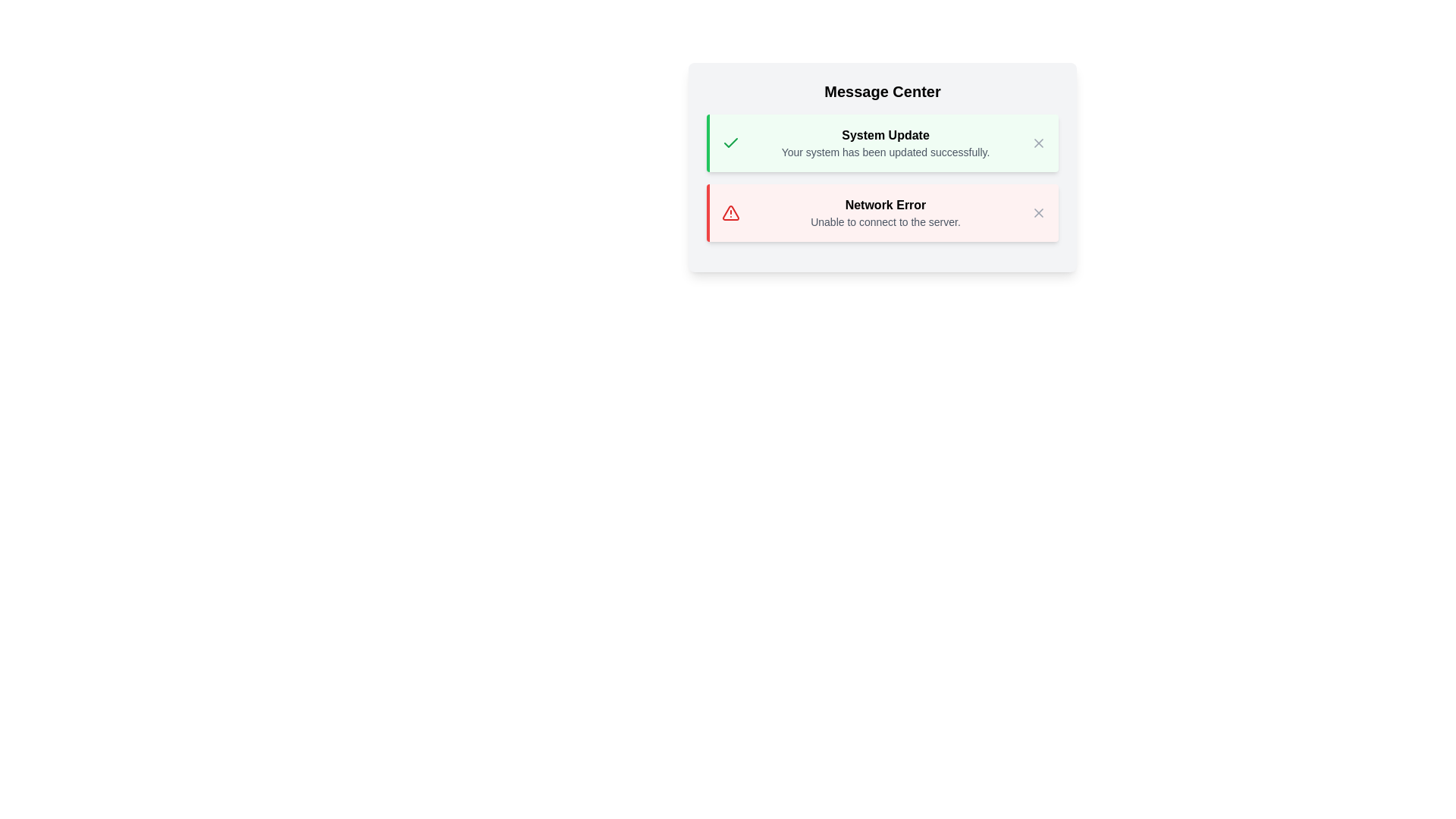 Image resolution: width=1456 pixels, height=819 pixels. I want to click on the close button for the 'System Update' notification, so click(1037, 143).